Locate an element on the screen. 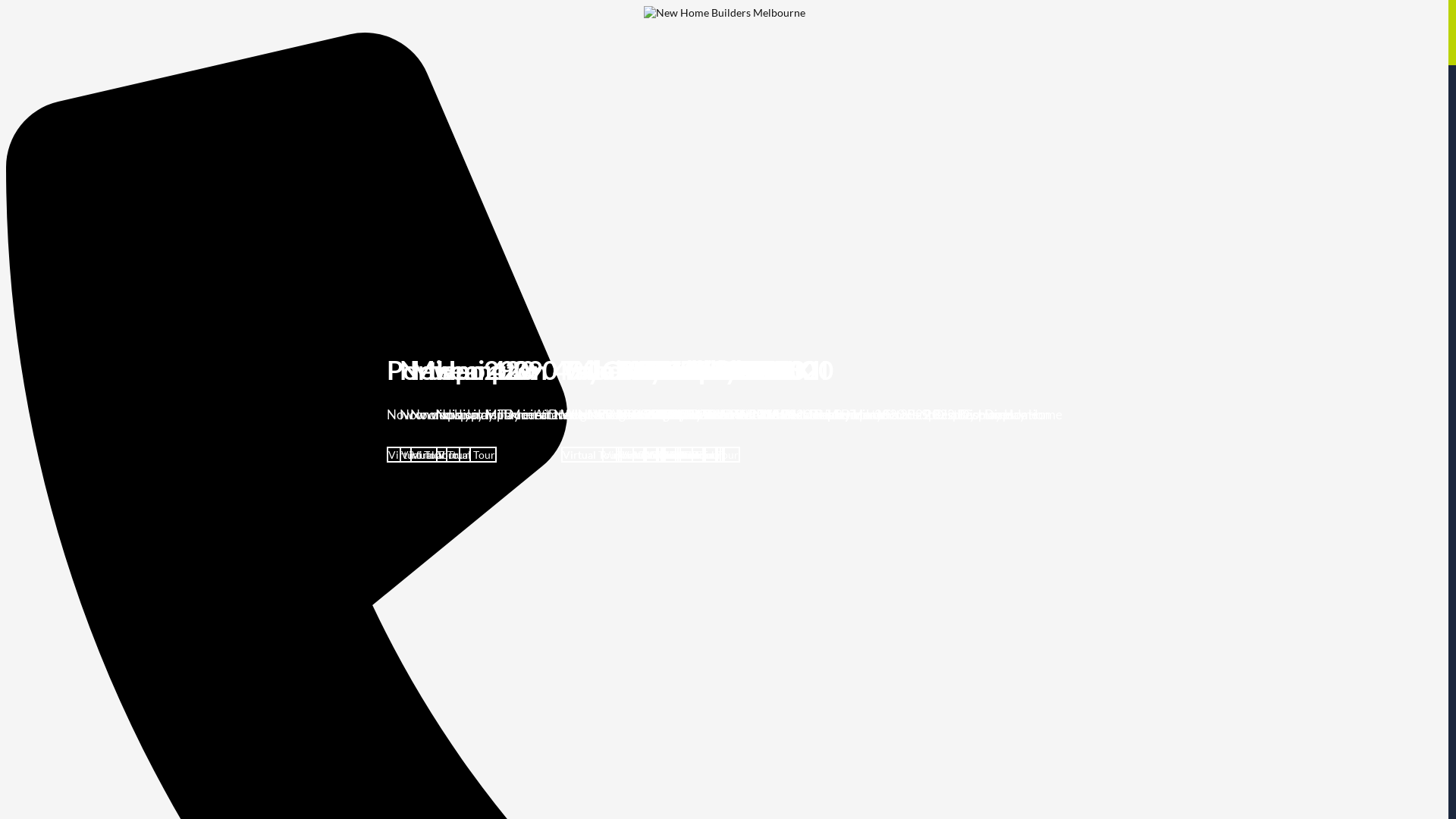 This screenshot has width=1456, height=819. 'Virtual Tour' is located at coordinates (632, 453).